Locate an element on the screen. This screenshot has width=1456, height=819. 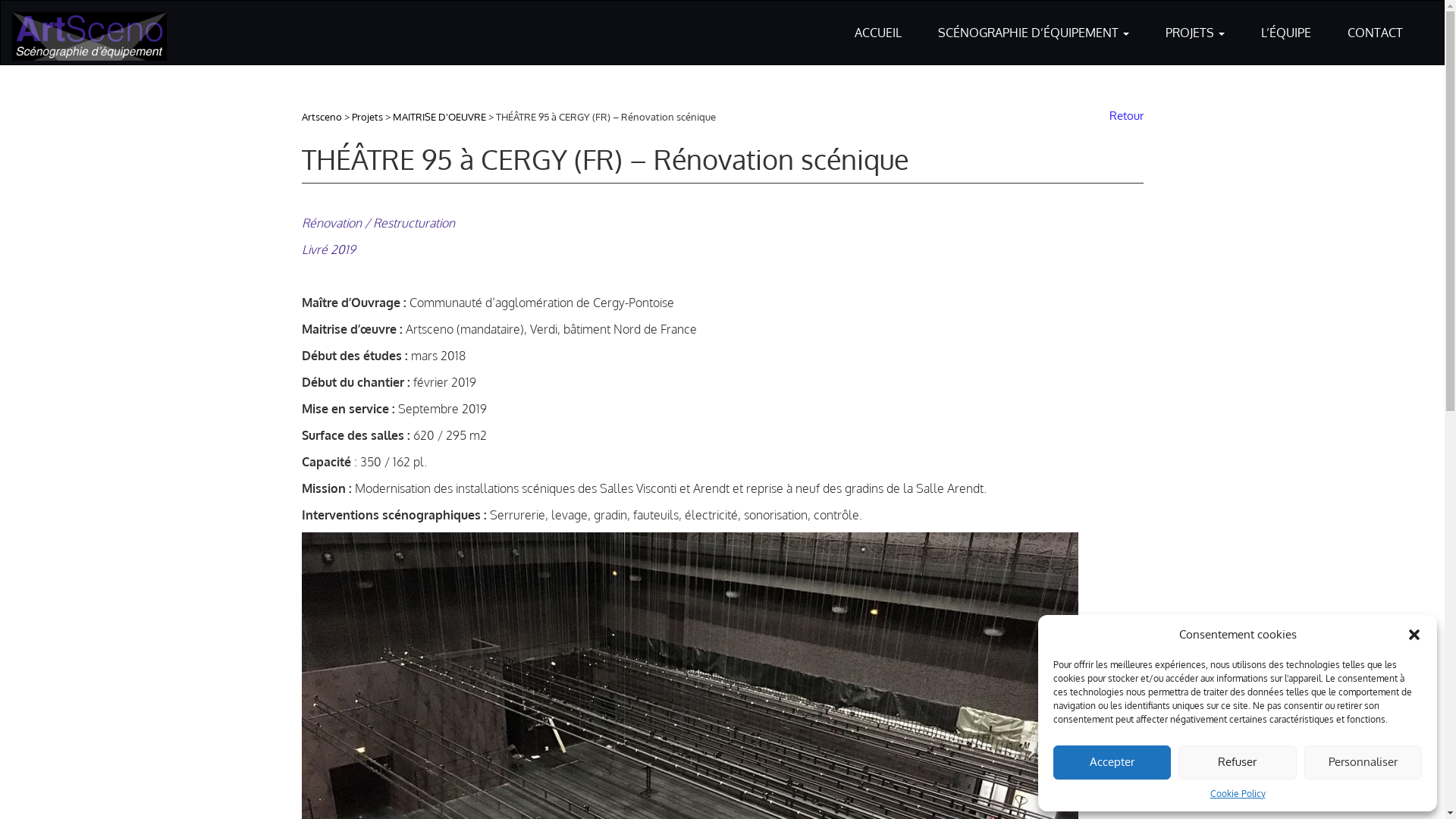
'Accepter' is located at coordinates (1112, 762).